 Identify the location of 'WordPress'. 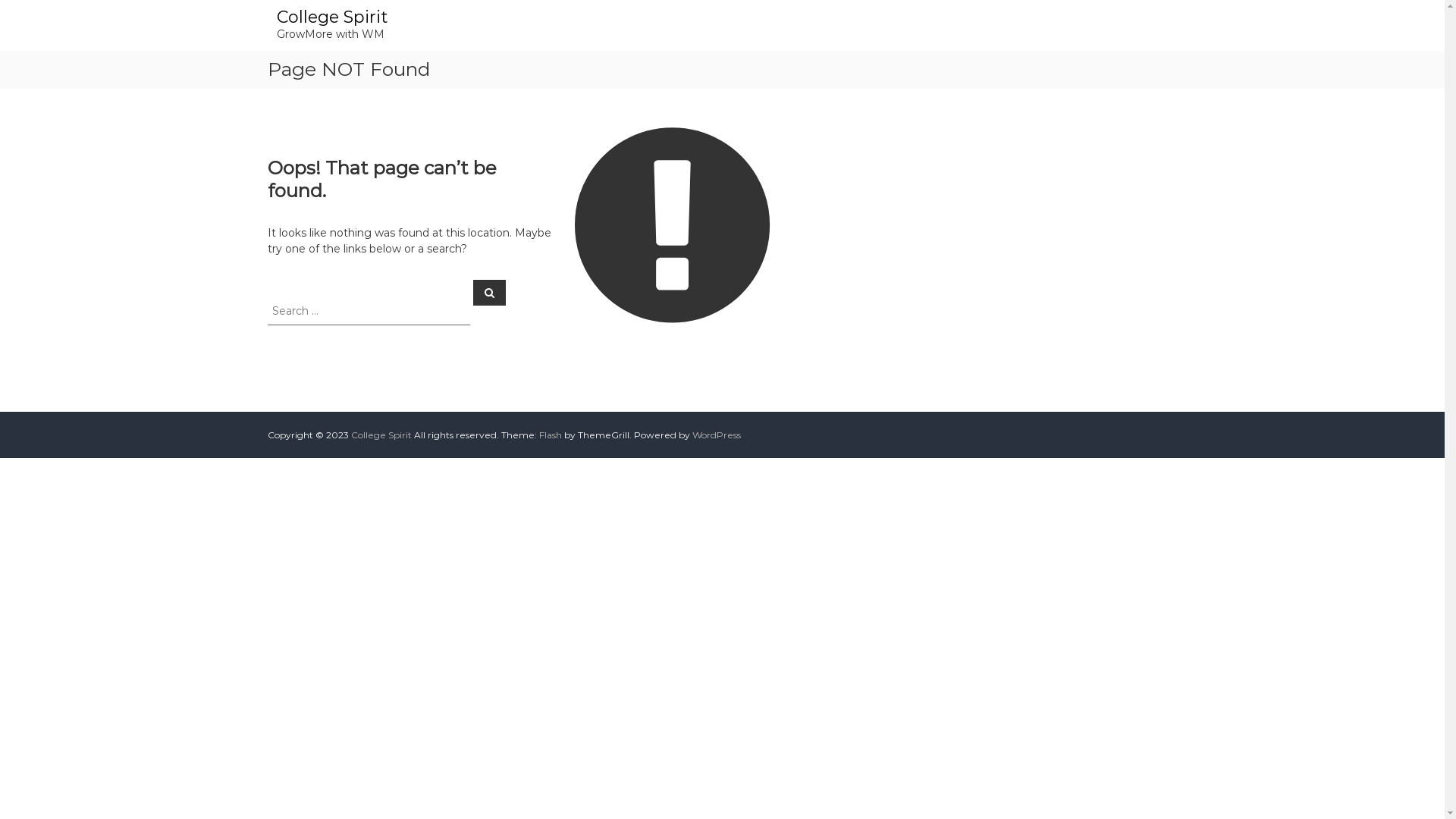
(715, 435).